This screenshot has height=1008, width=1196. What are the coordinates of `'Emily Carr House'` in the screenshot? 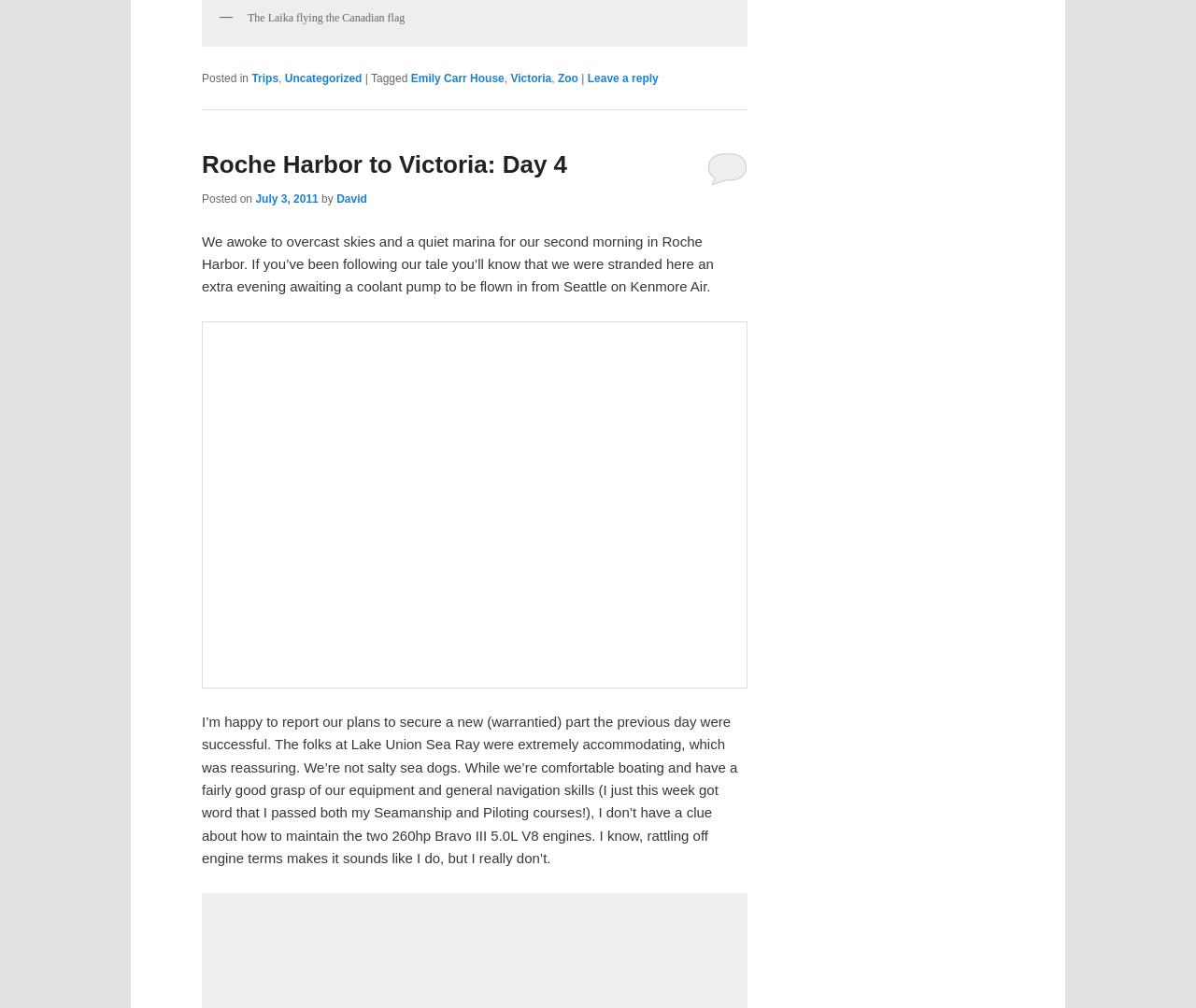 It's located at (456, 76).